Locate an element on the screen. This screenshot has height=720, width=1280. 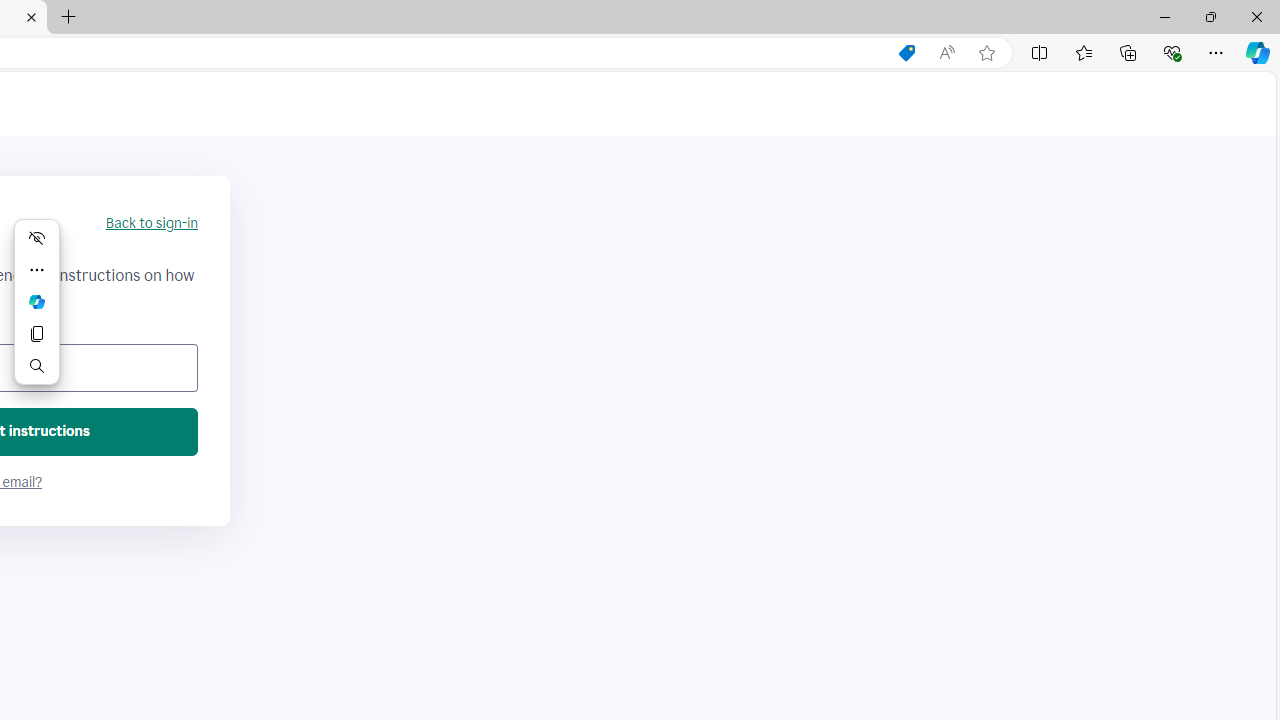
'Hide menu' is located at coordinates (37, 236).